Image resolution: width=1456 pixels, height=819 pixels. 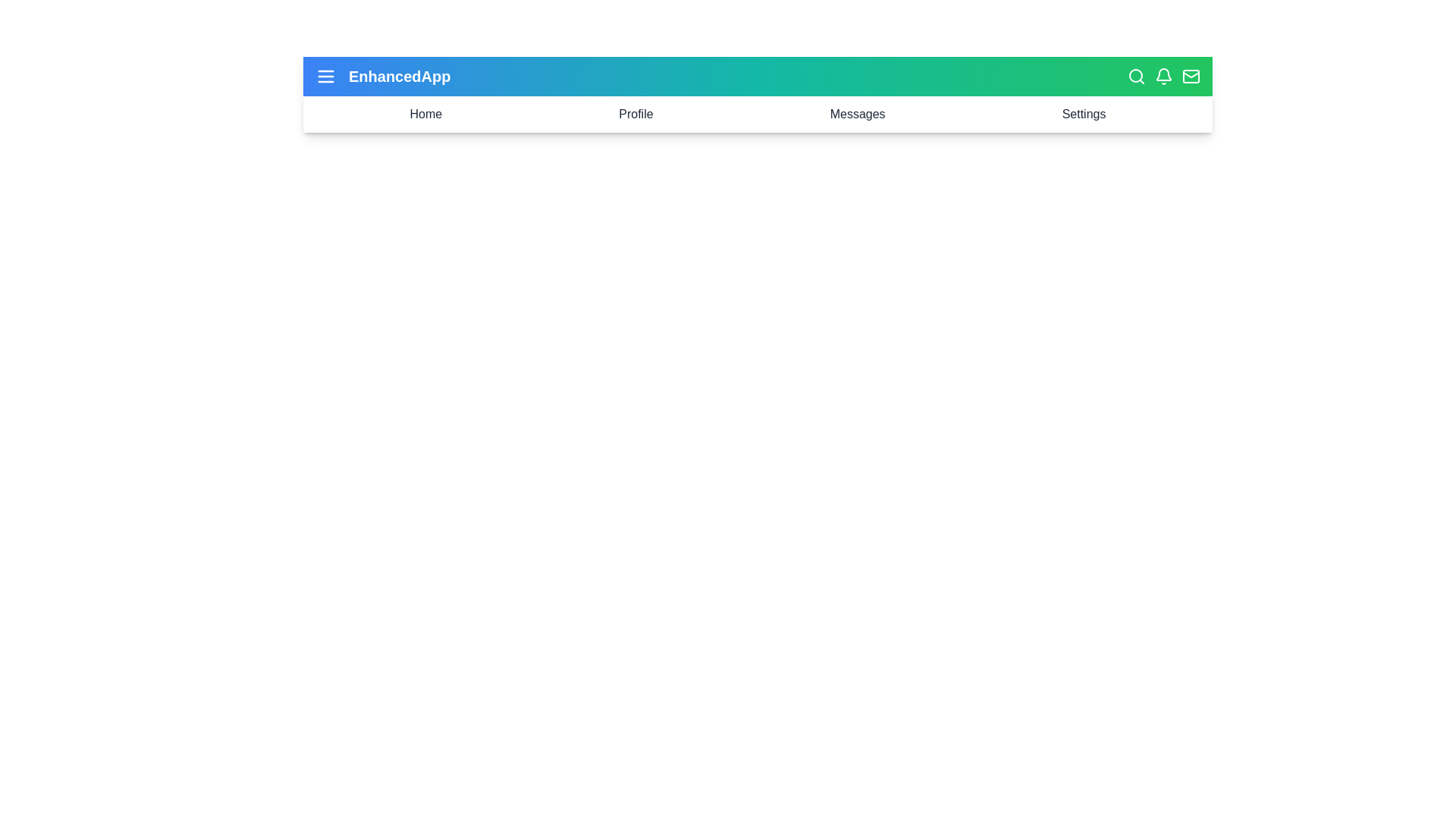 I want to click on the bell icon to view notifications, so click(x=1163, y=76).